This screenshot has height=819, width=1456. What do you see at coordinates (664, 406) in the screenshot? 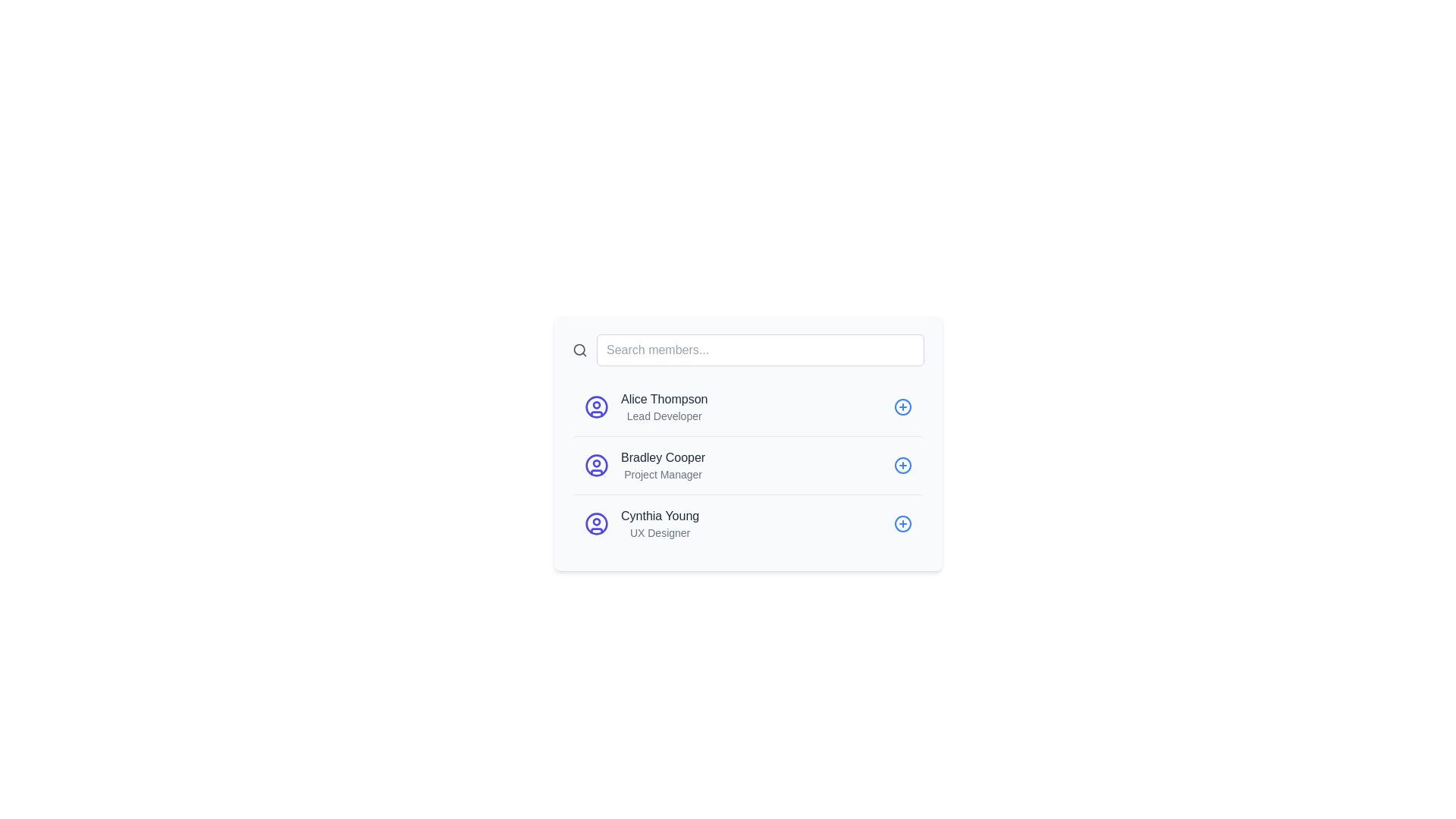
I see `the text display component showing 'Alice Thompson' and 'Lead Developer'` at bounding box center [664, 406].